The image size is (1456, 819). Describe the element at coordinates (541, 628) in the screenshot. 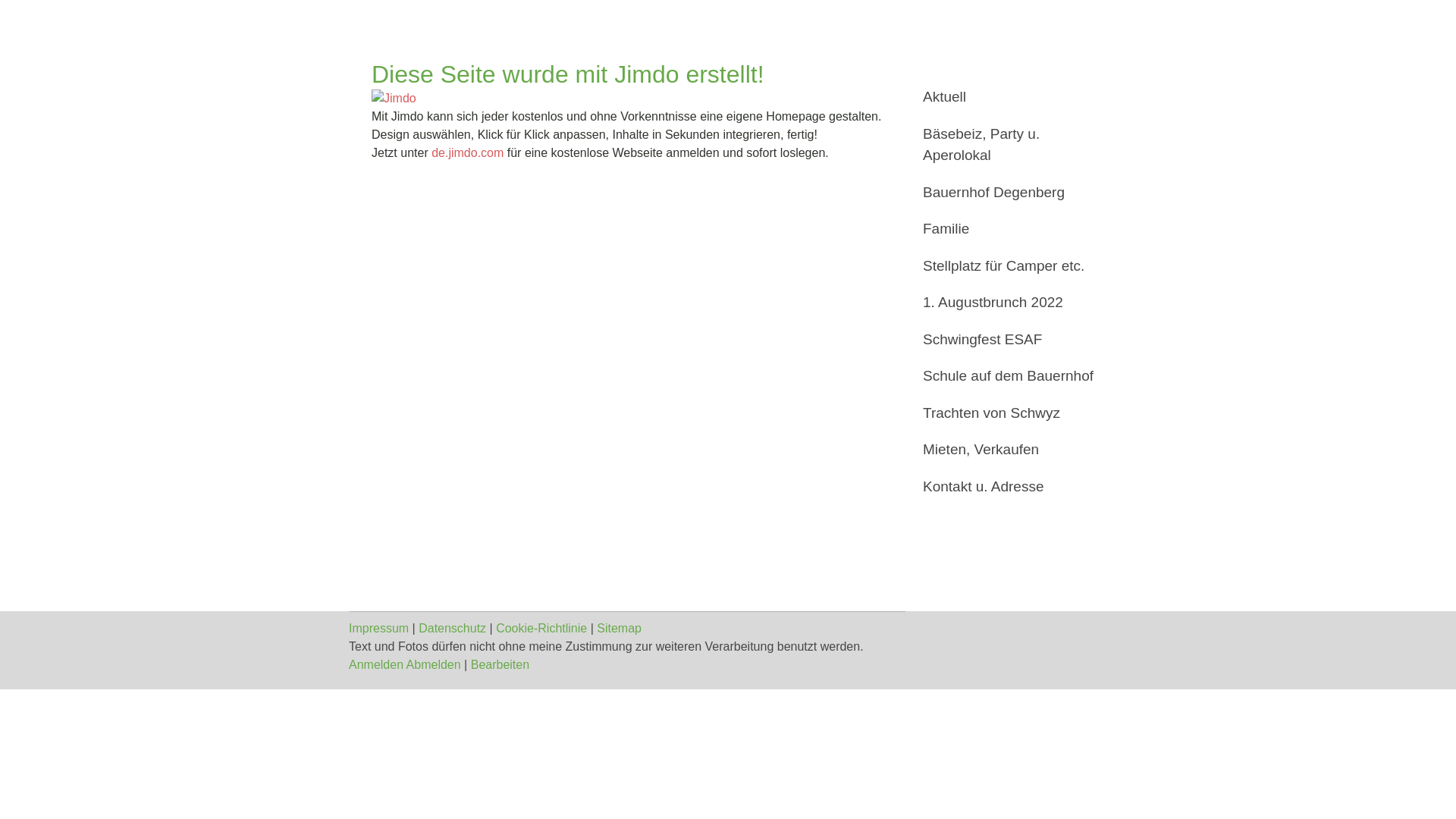

I see `'Cookie-Richtlinie'` at that location.